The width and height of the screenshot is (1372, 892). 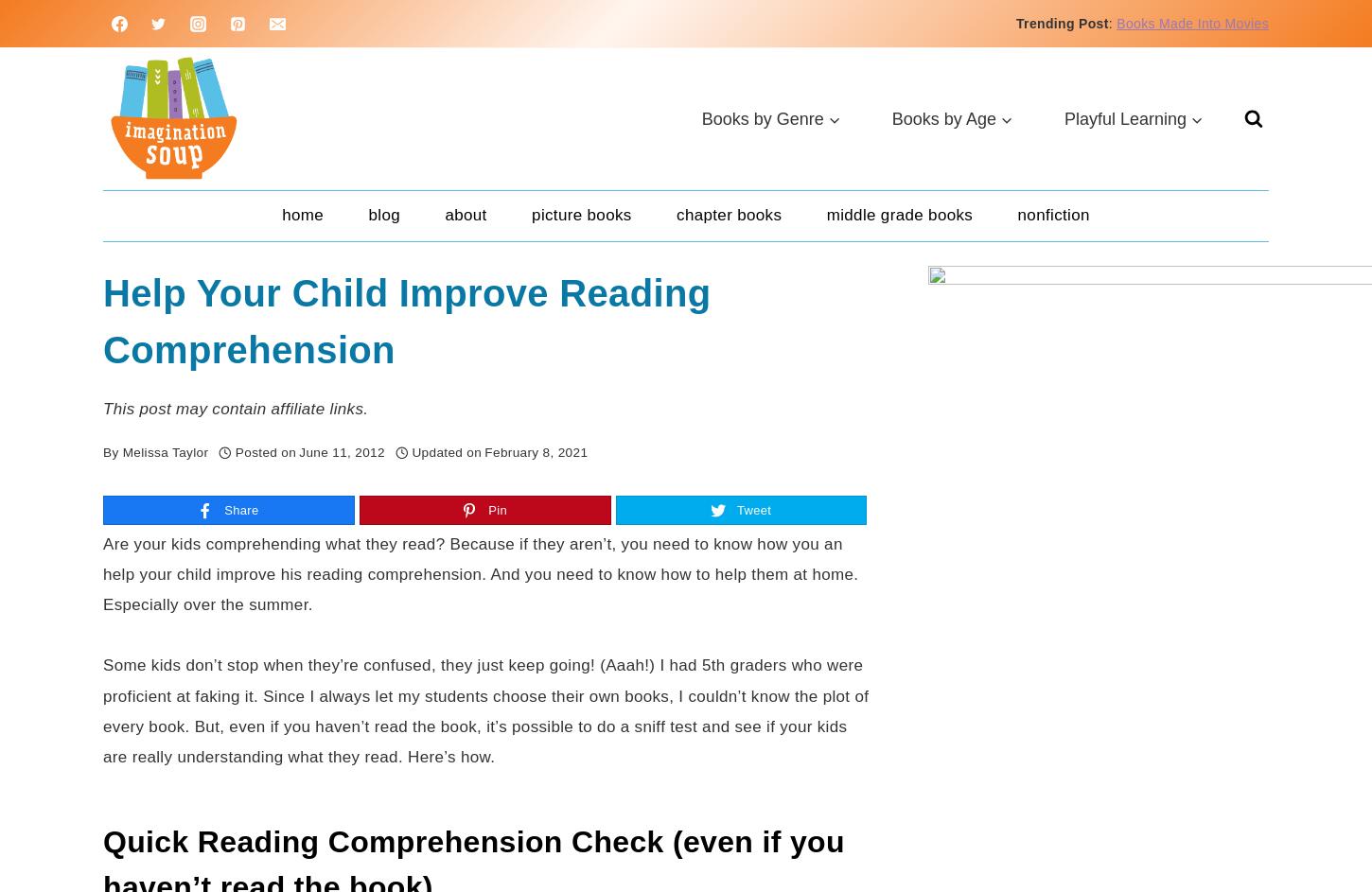 I want to click on 'Help Your Child Improve Reading Comprehension', so click(x=406, y=321).